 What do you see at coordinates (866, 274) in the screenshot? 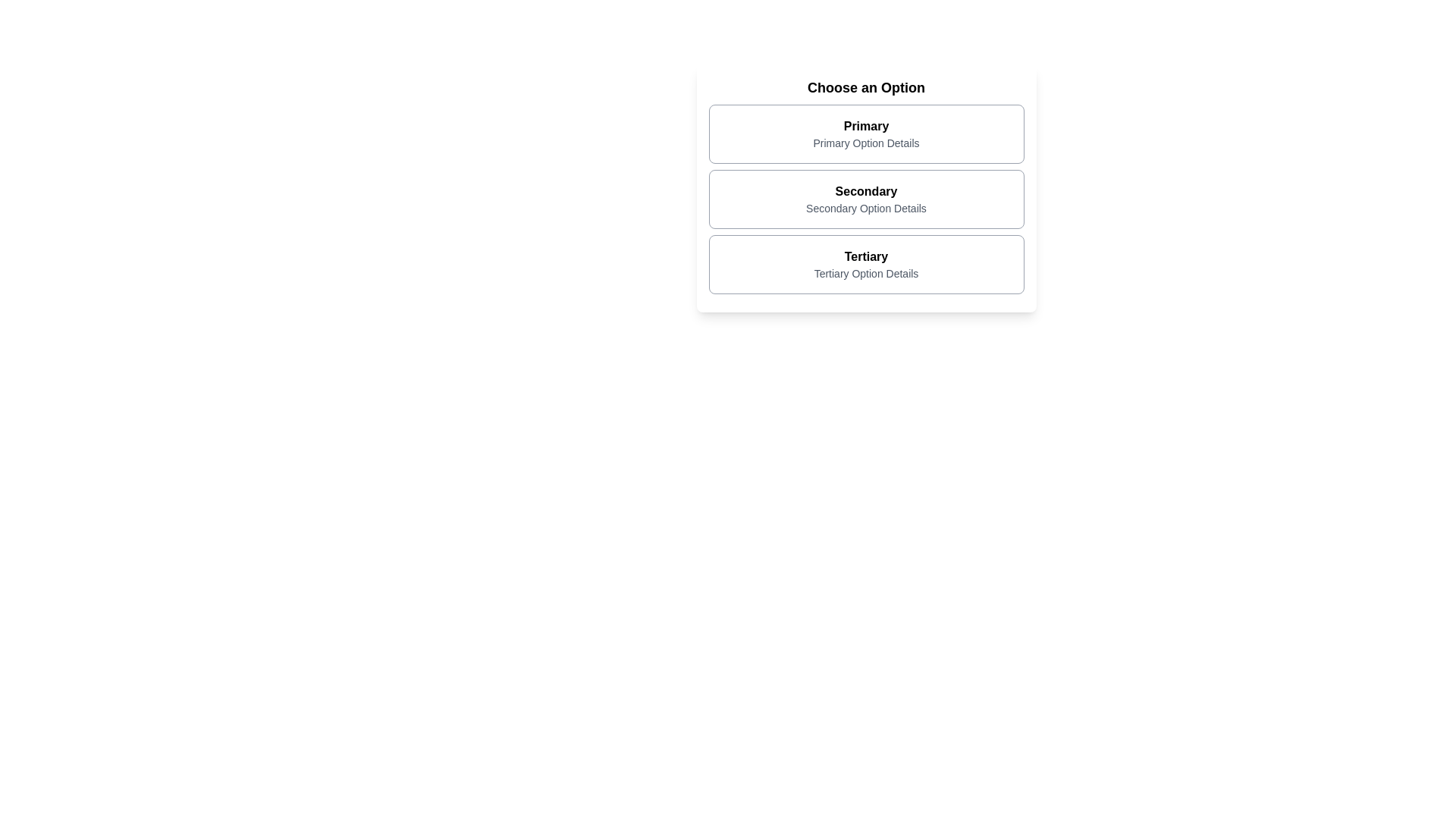
I see `the Text Label displaying 'Tertiary Option Details', which is styled in a smaller gray font and positioned below the 'Tertiary' title` at bounding box center [866, 274].